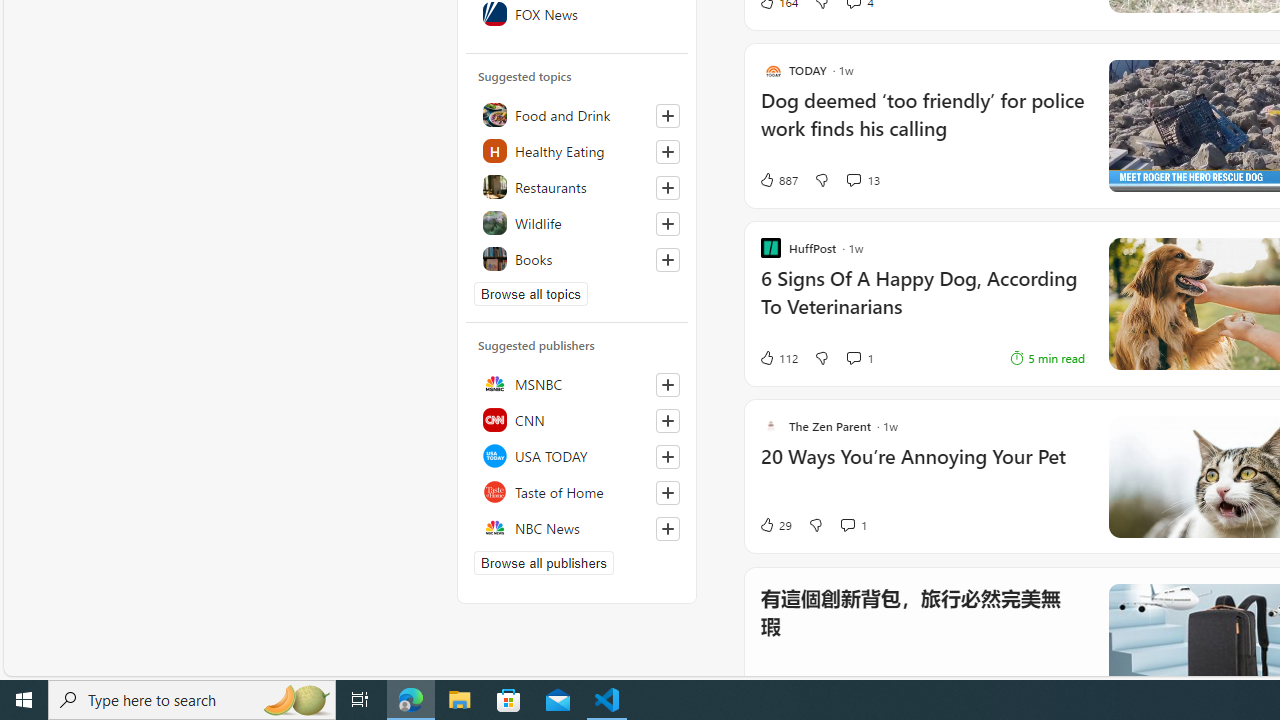 This screenshot has height=720, width=1280. I want to click on 'View comments 13 Comment', so click(853, 180).